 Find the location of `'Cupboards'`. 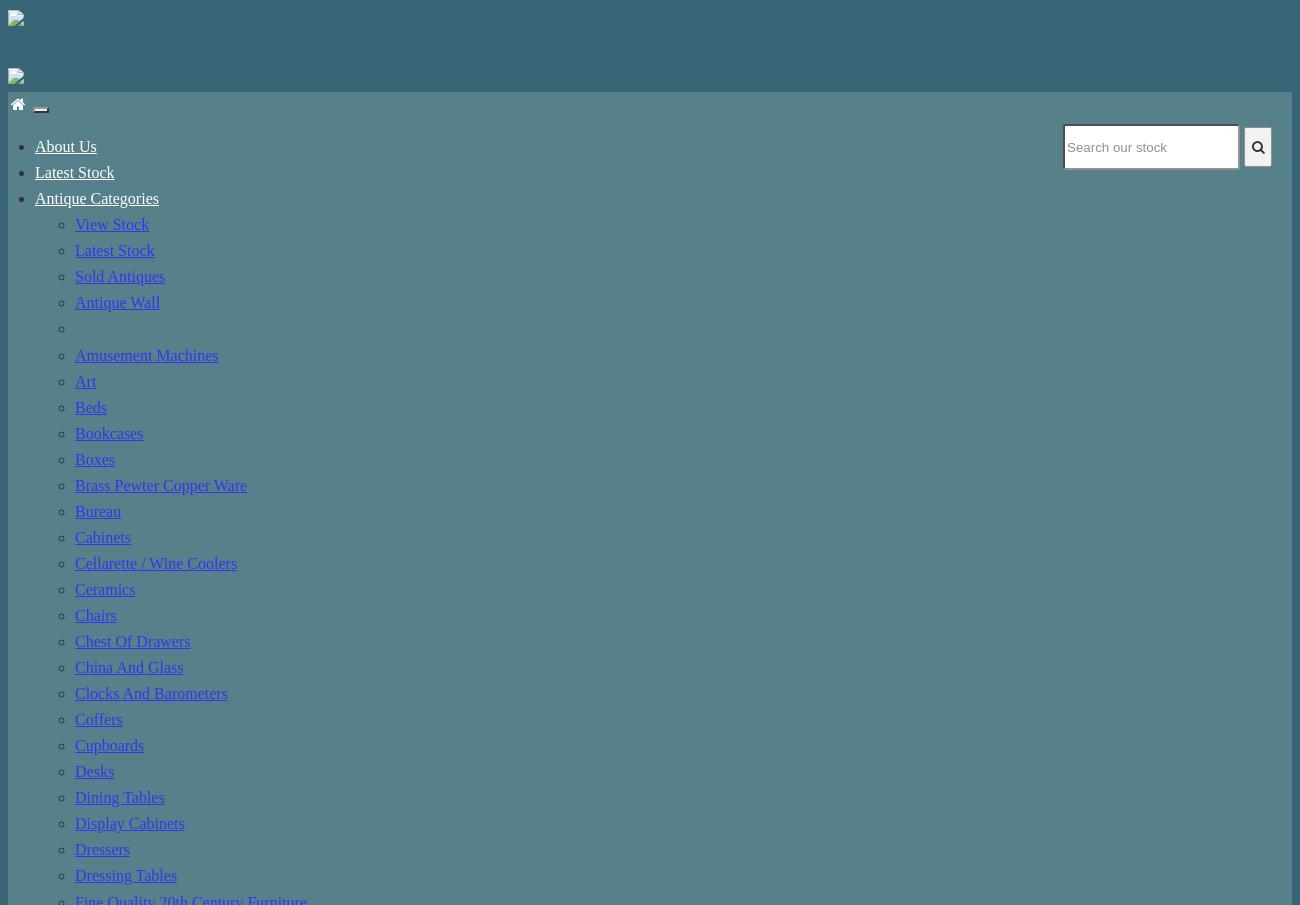

'Cupboards' is located at coordinates (108, 744).